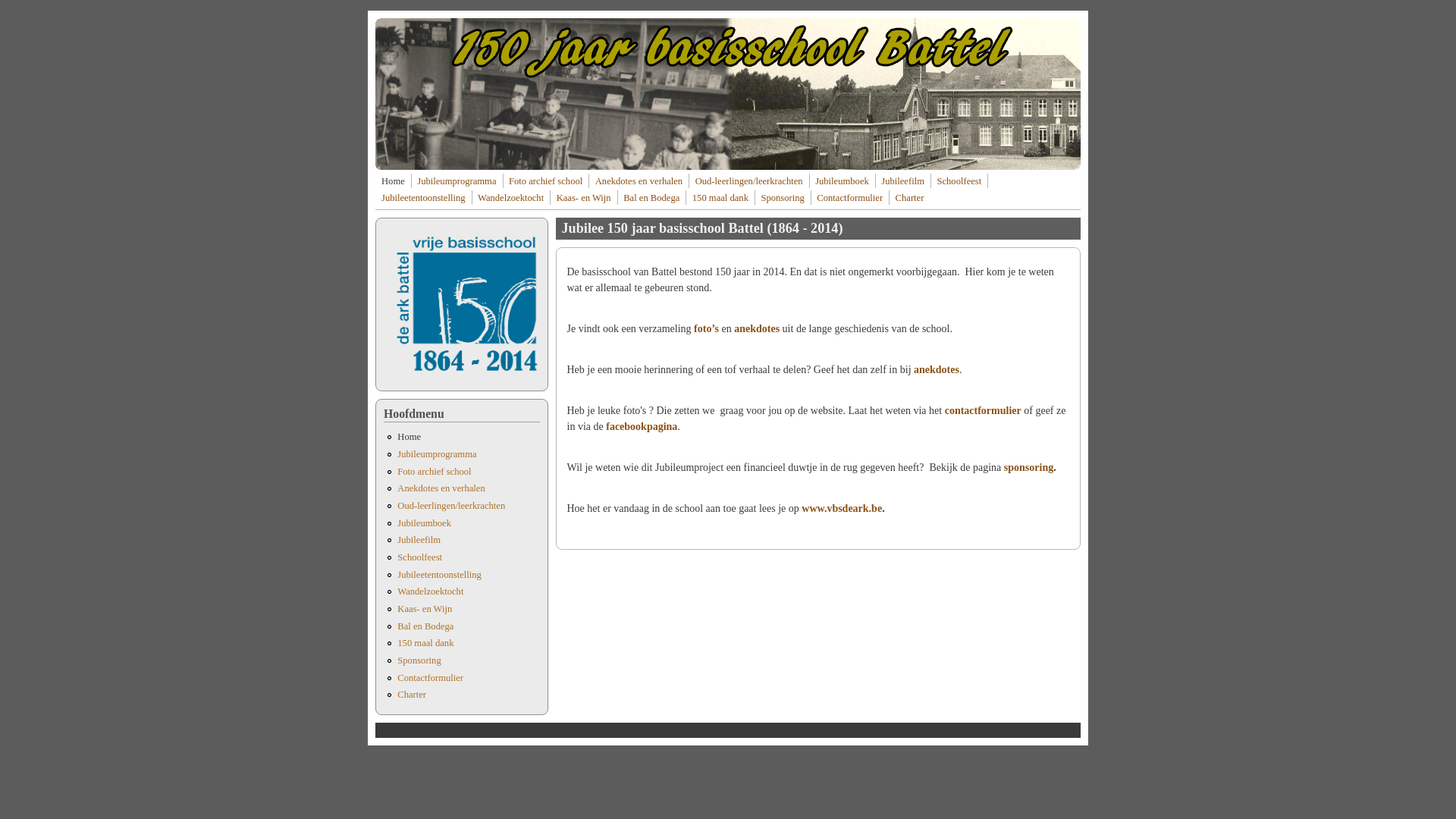 The height and width of the screenshot is (819, 1456). I want to click on '150 maal dank', so click(425, 643).